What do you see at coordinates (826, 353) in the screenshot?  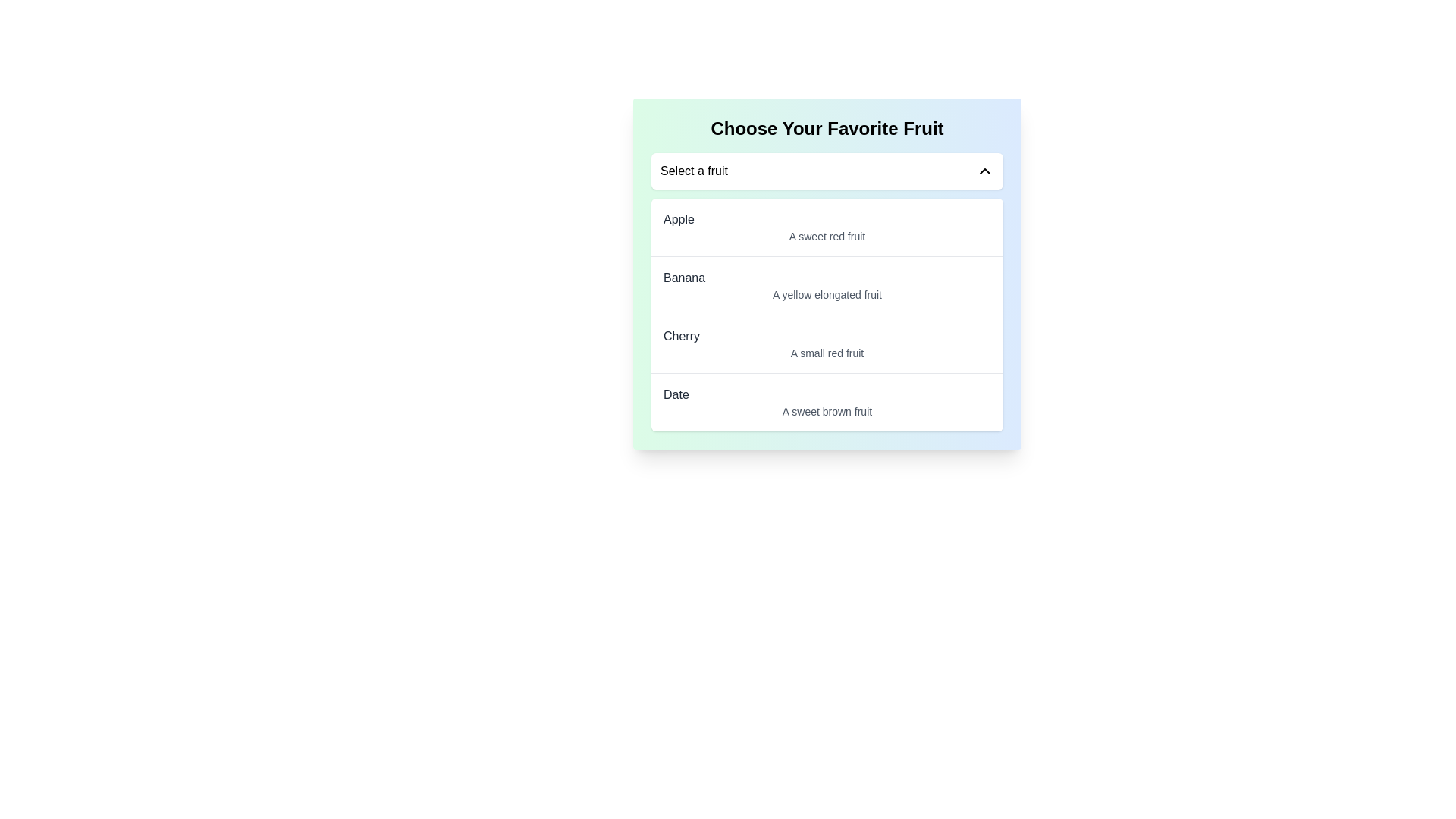 I see `the text label providing additional descriptive information about the 'Cherry' list item, located in the dropdown menu below 'Cherry'` at bounding box center [826, 353].